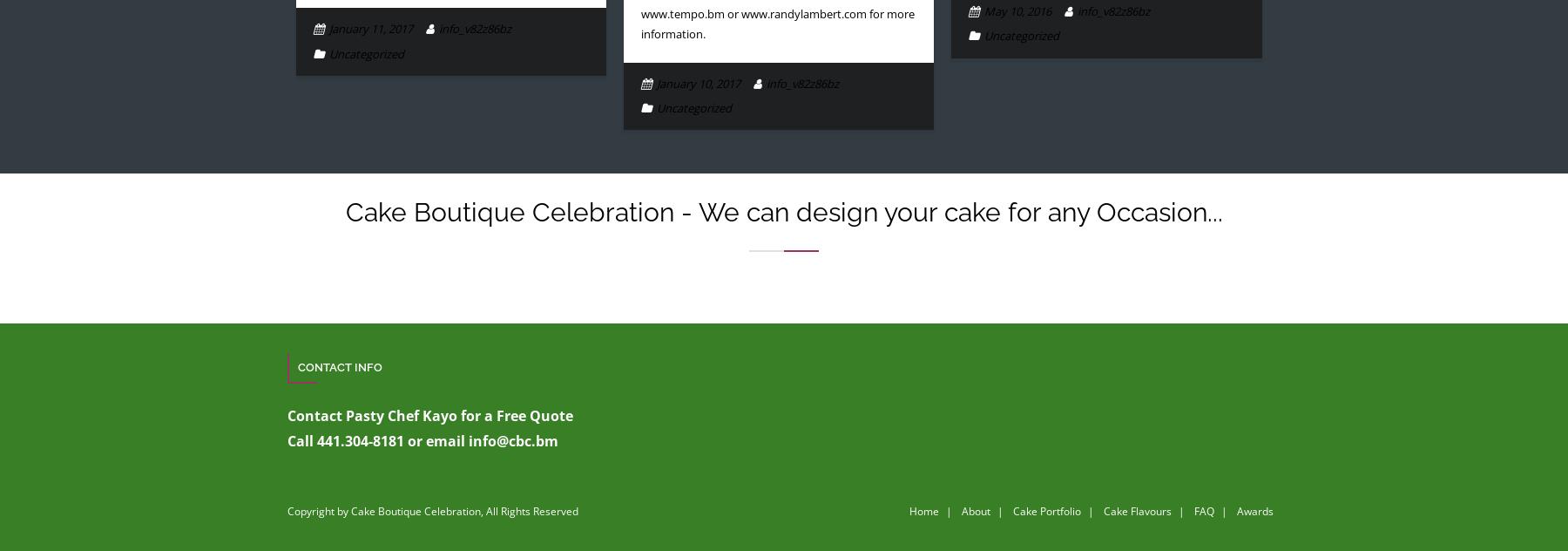 The image size is (1568, 551). I want to click on 'Contact Pasty Chef Kayo for a Free Quote', so click(286, 415).